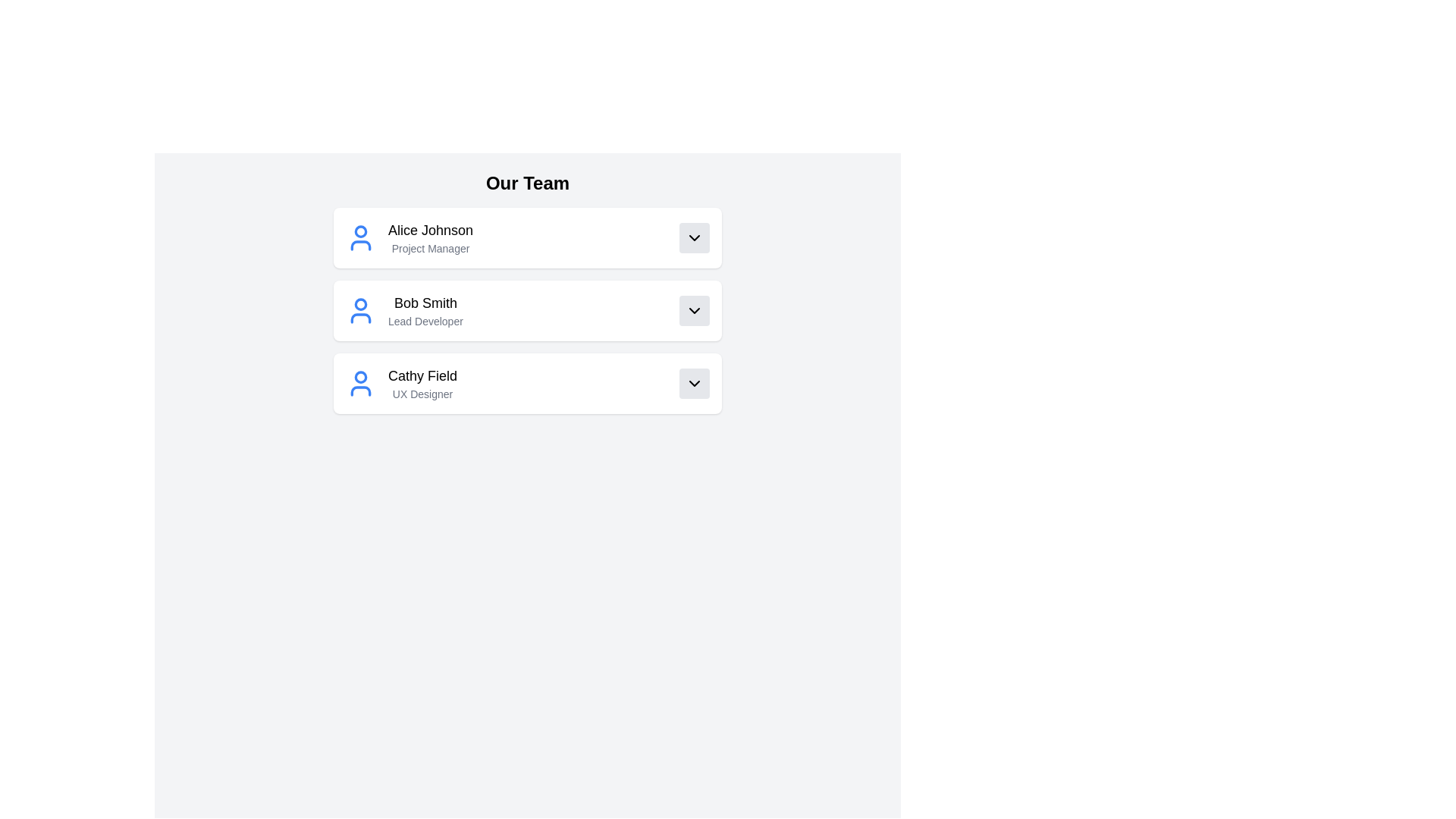 This screenshot has height=819, width=1456. Describe the element at coordinates (694, 309) in the screenshot. I see `the dropdown button located to the right of the name and role text for team member 'Bob Smith', who is the 'Lead Developer'` at that location.